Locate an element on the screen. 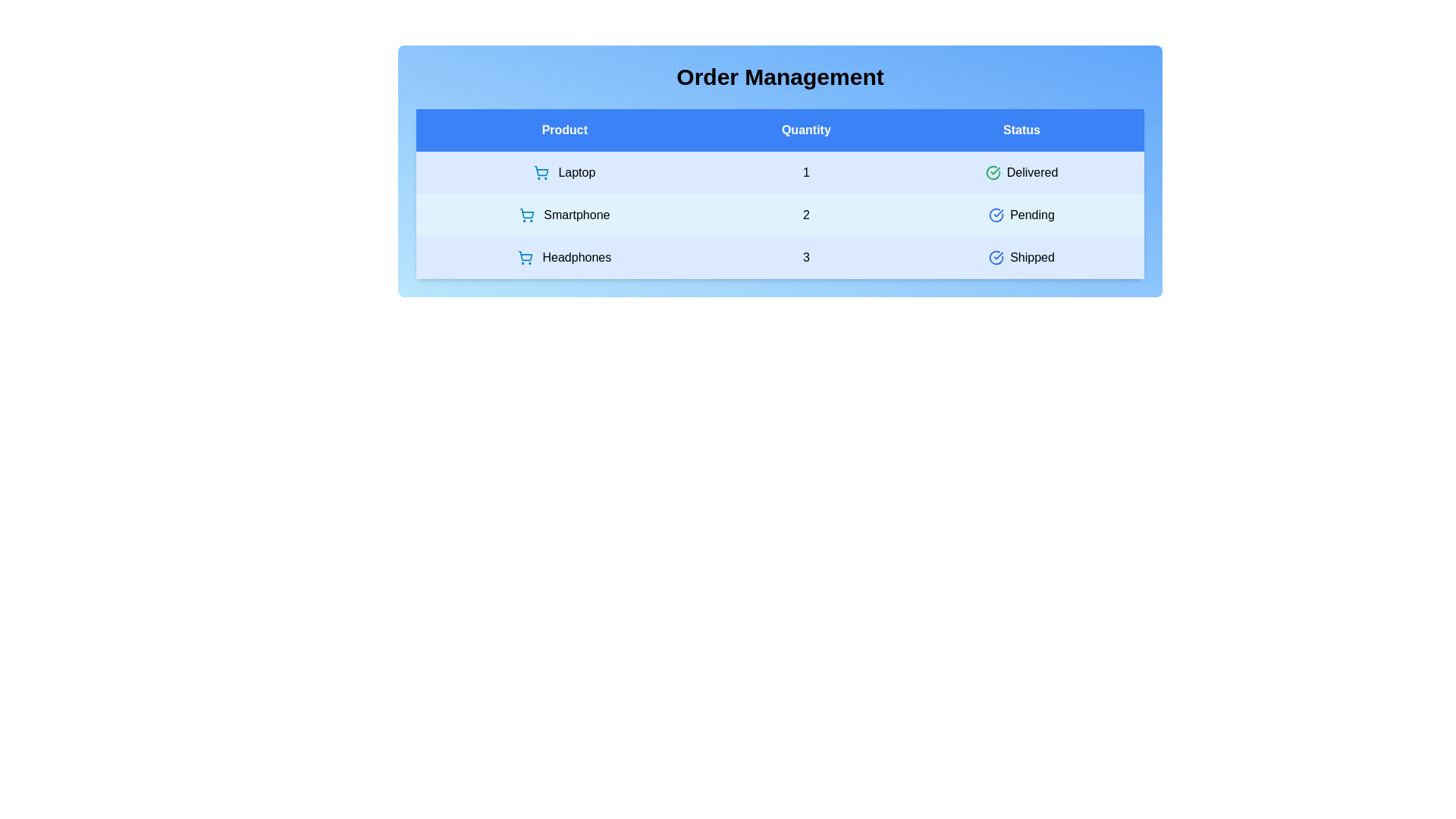 The image size is (1456, 819). the quantity cell corresponding to Laptop to edit its value is located at coordinates (805, 171).